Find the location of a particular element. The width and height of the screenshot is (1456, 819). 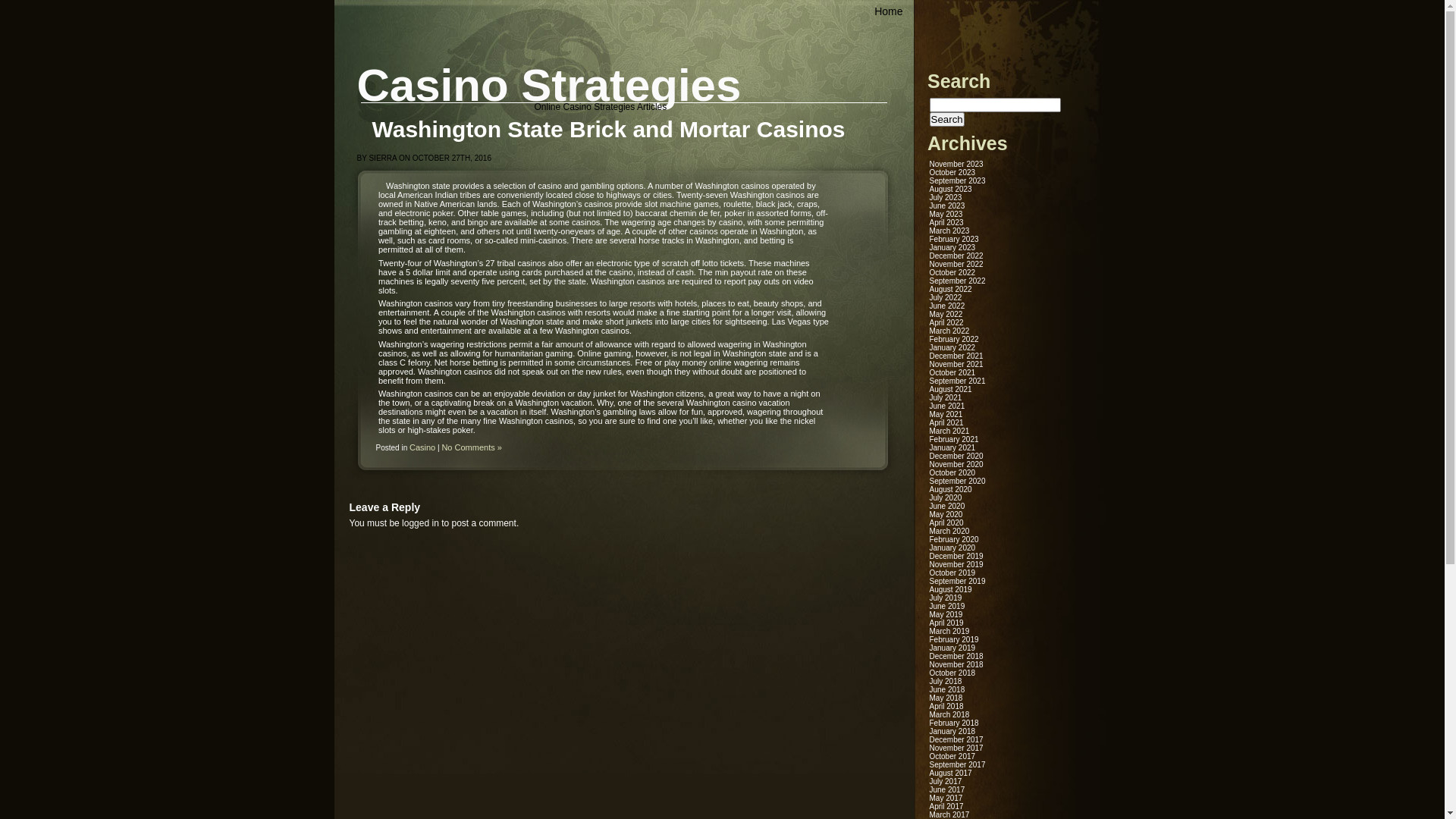

'December 2019' is located at coordinates (928, 556).